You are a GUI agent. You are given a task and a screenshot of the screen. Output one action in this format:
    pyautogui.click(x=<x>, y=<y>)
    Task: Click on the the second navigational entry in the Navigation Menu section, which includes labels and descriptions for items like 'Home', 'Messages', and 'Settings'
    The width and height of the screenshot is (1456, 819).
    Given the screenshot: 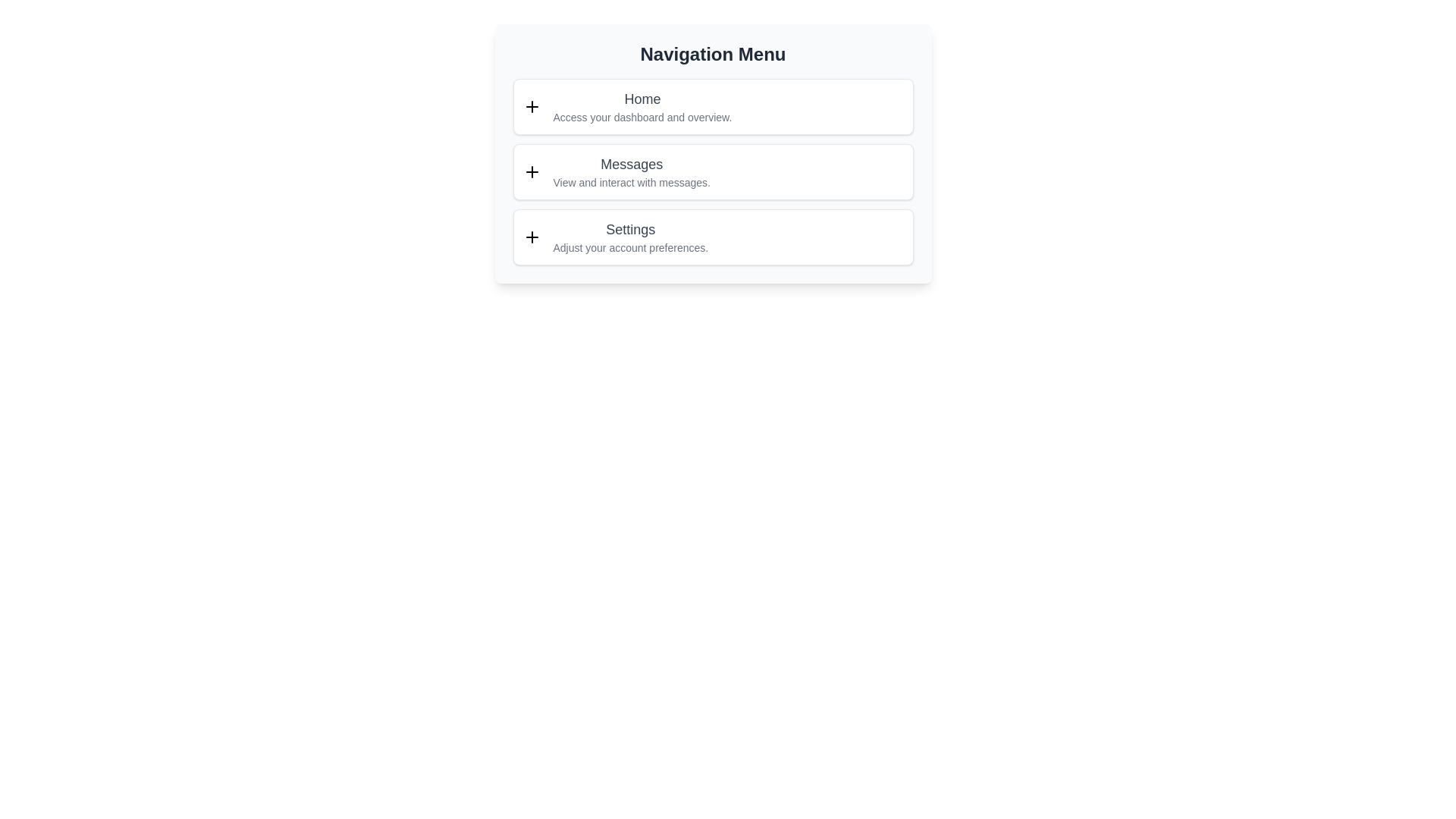 What is the action you would take?
    pyautogui.click(x=712, y=171)
    